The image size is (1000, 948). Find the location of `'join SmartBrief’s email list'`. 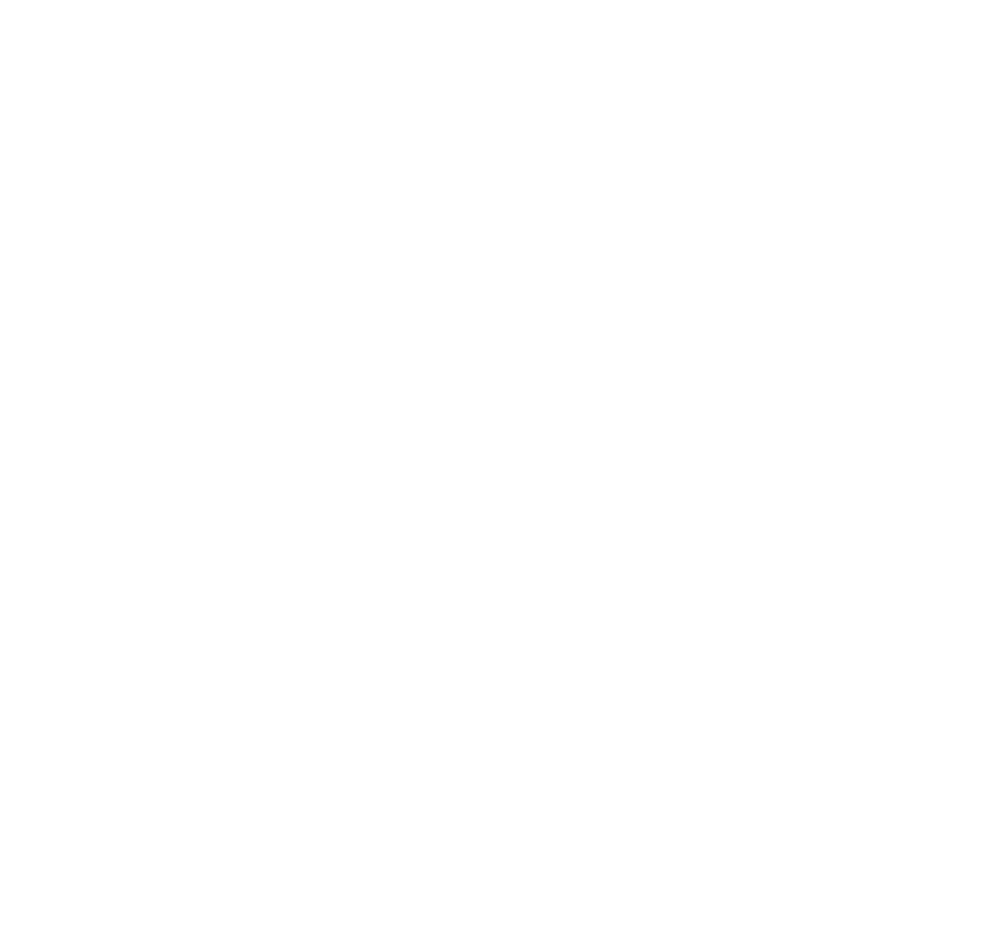

'join SmartBrief’s email list' is located at coordinates (360, 166).